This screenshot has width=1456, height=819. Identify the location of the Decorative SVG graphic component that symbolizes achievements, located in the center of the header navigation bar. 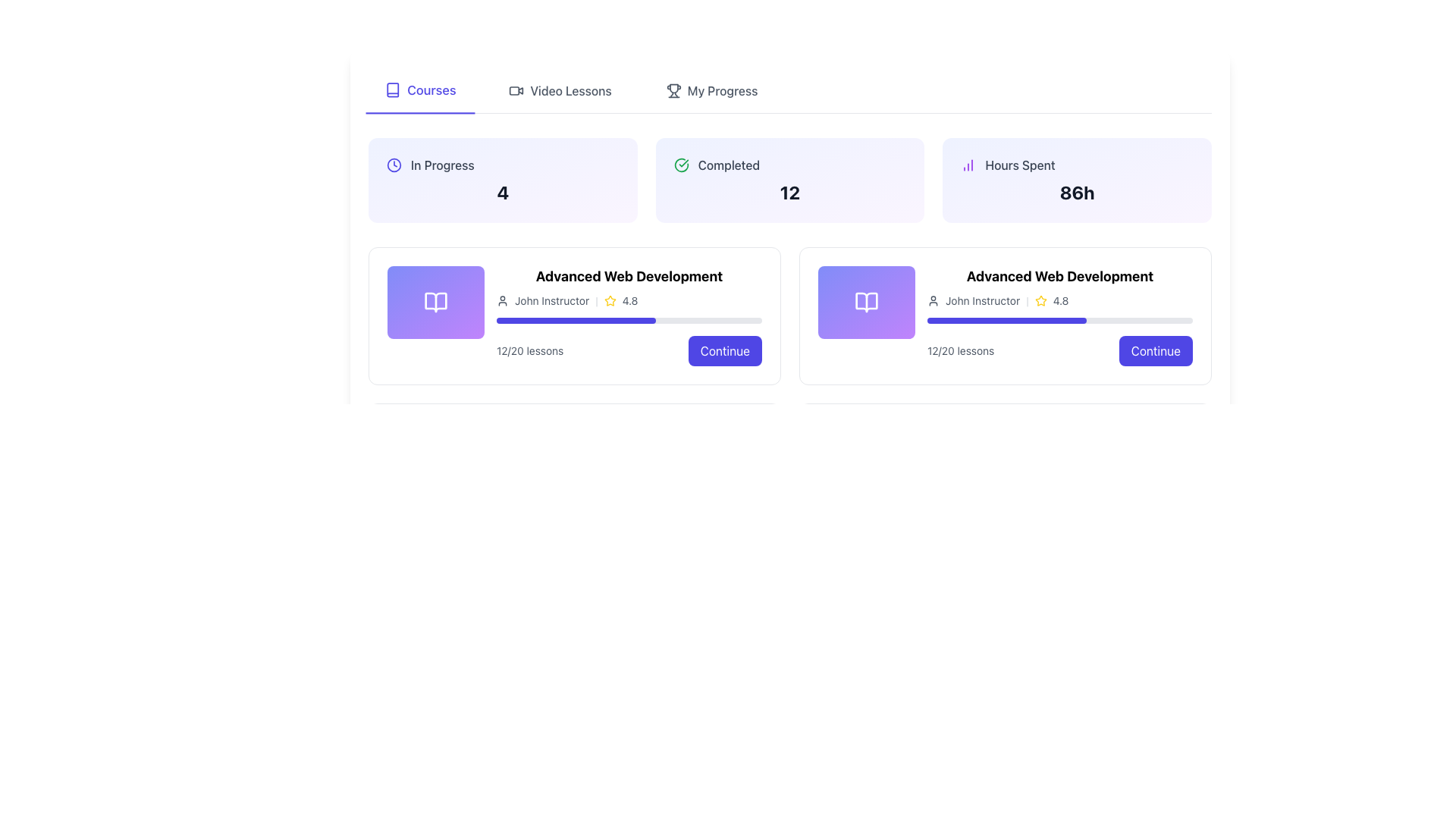
(673, 89).